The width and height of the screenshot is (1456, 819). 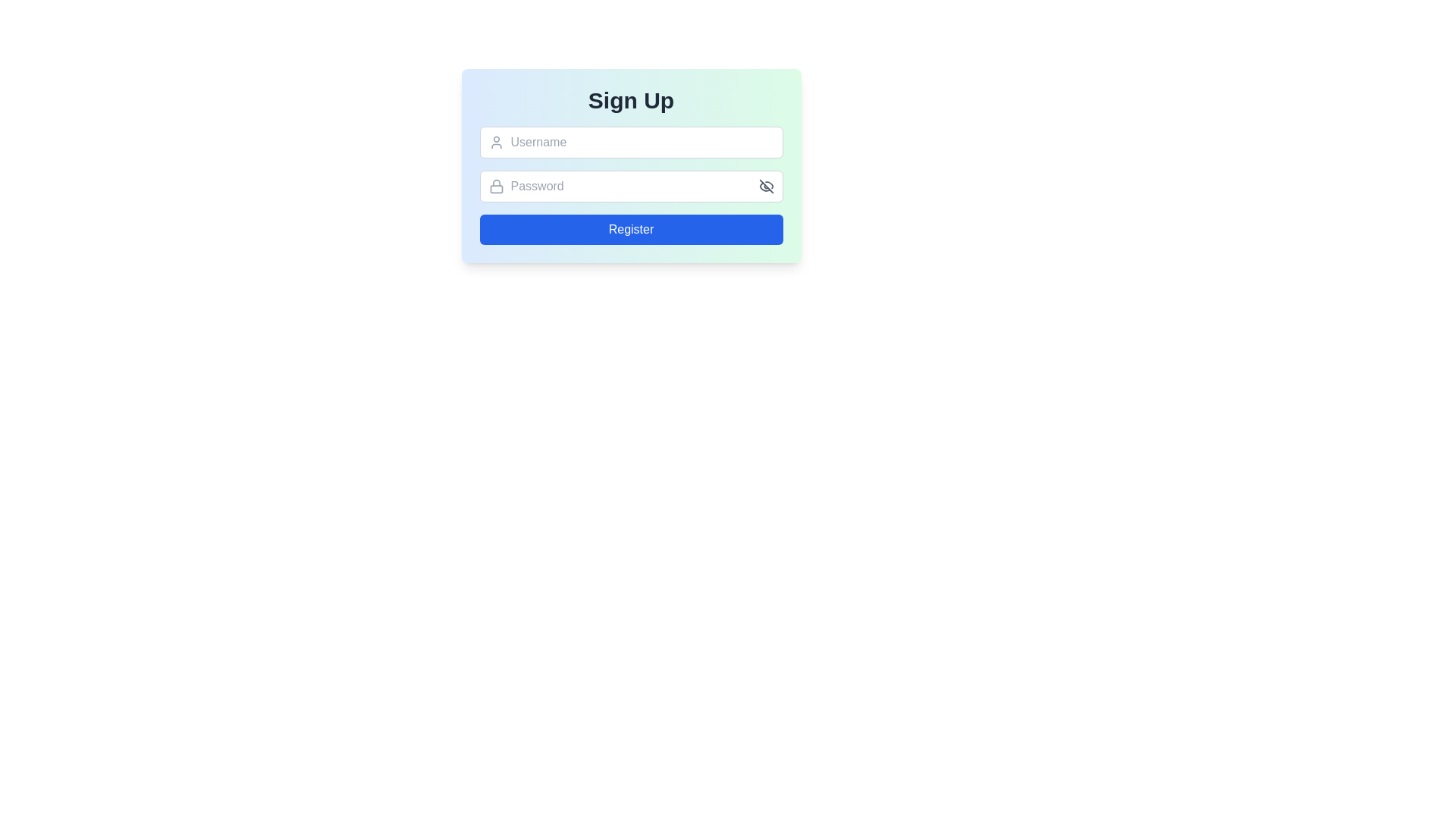 I want to click on the 'hide password' toggle button icon that intersects diagonally through an eye icon in the Password input field of the Sign-Up form, so click(x=766, y=186).